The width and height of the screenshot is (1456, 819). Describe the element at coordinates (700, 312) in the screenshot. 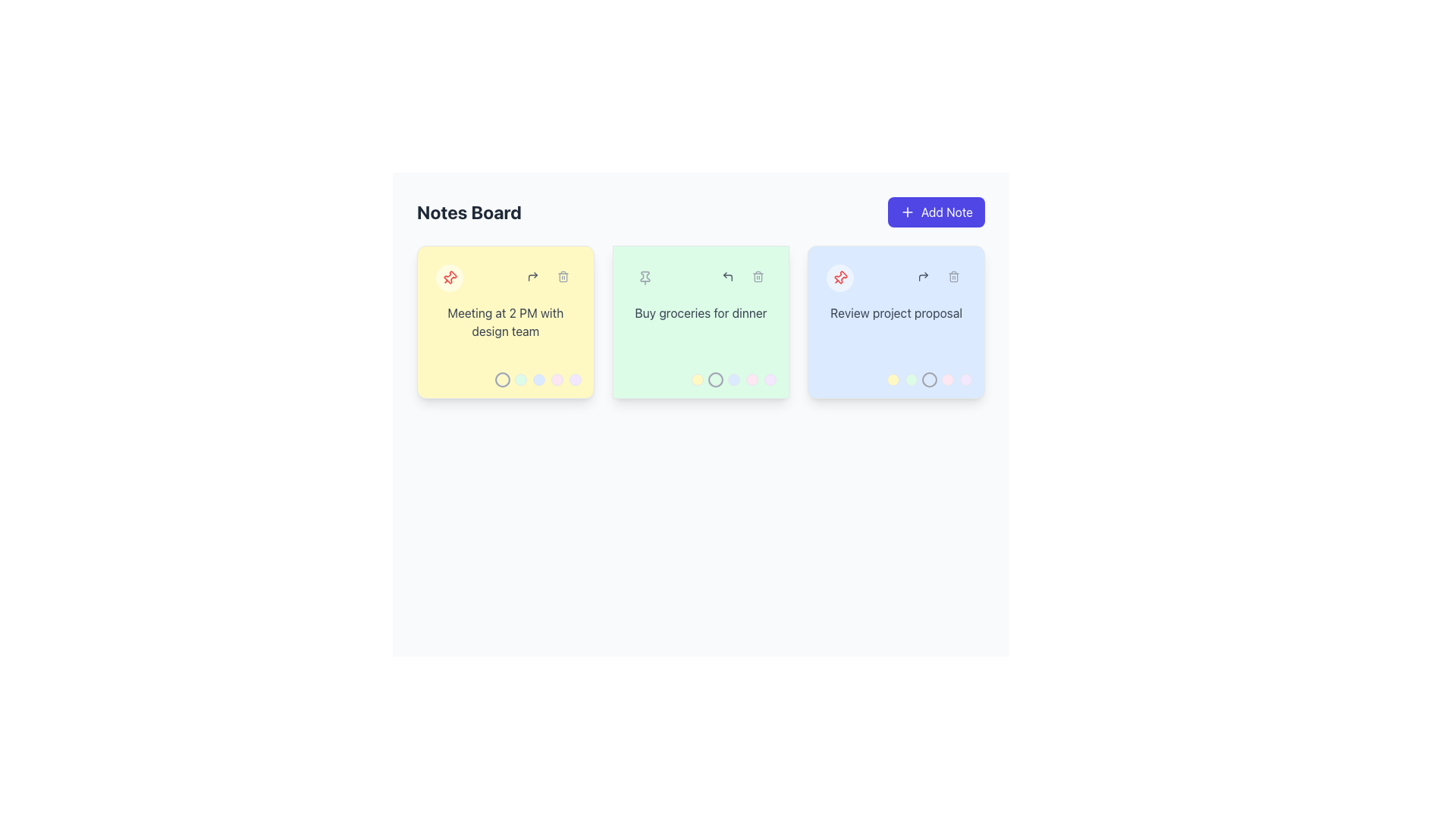

I see `the static text label displaying 'Buy groceries for dinner' which is centrally located in the second note card of the Notes Board section` at that location.